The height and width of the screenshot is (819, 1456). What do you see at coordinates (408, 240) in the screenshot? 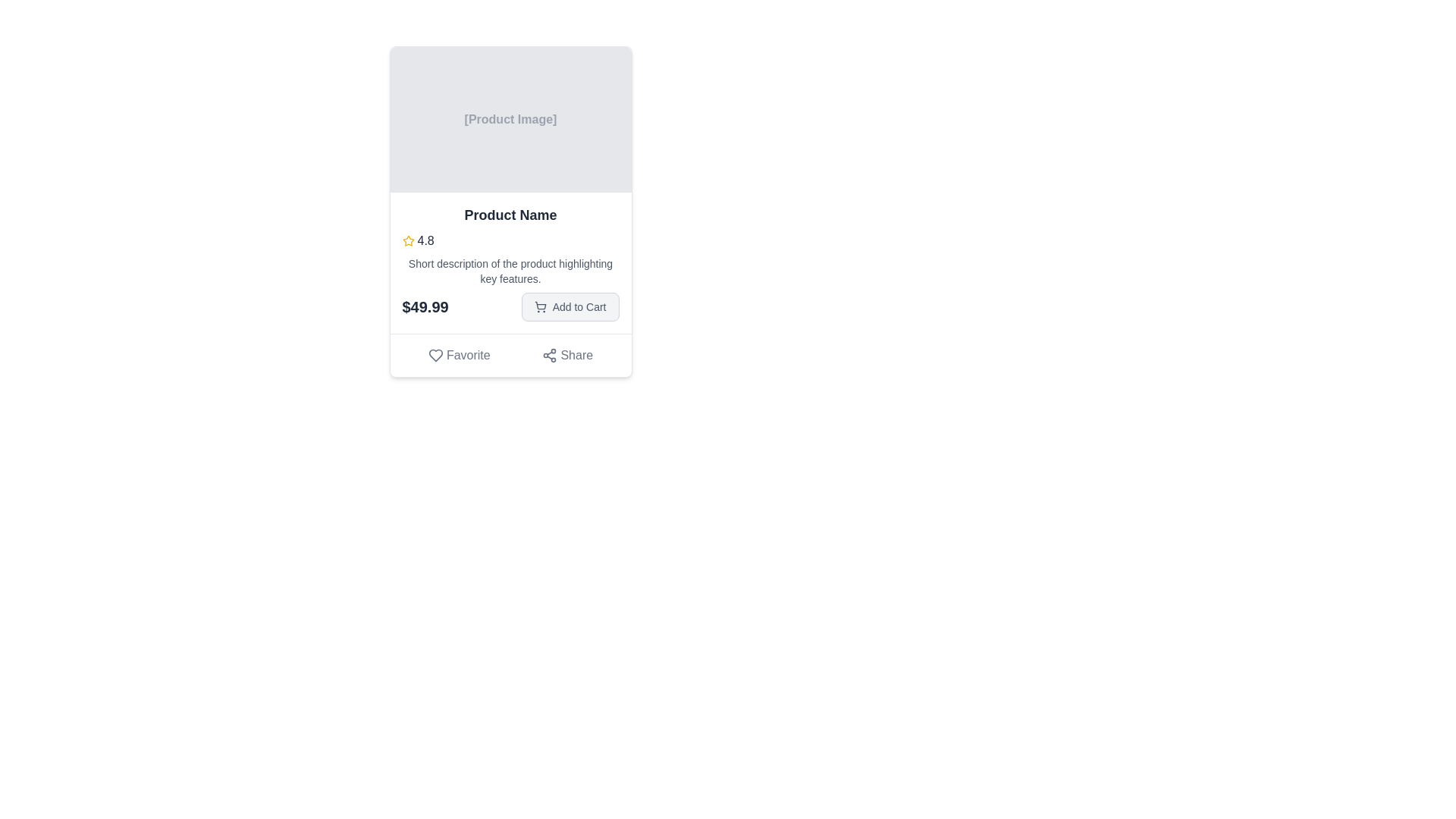
I see `the yellow star-shaped rating icon located to the left of the rating text '4.8' in the card layout` at bounding box center [408, 240].